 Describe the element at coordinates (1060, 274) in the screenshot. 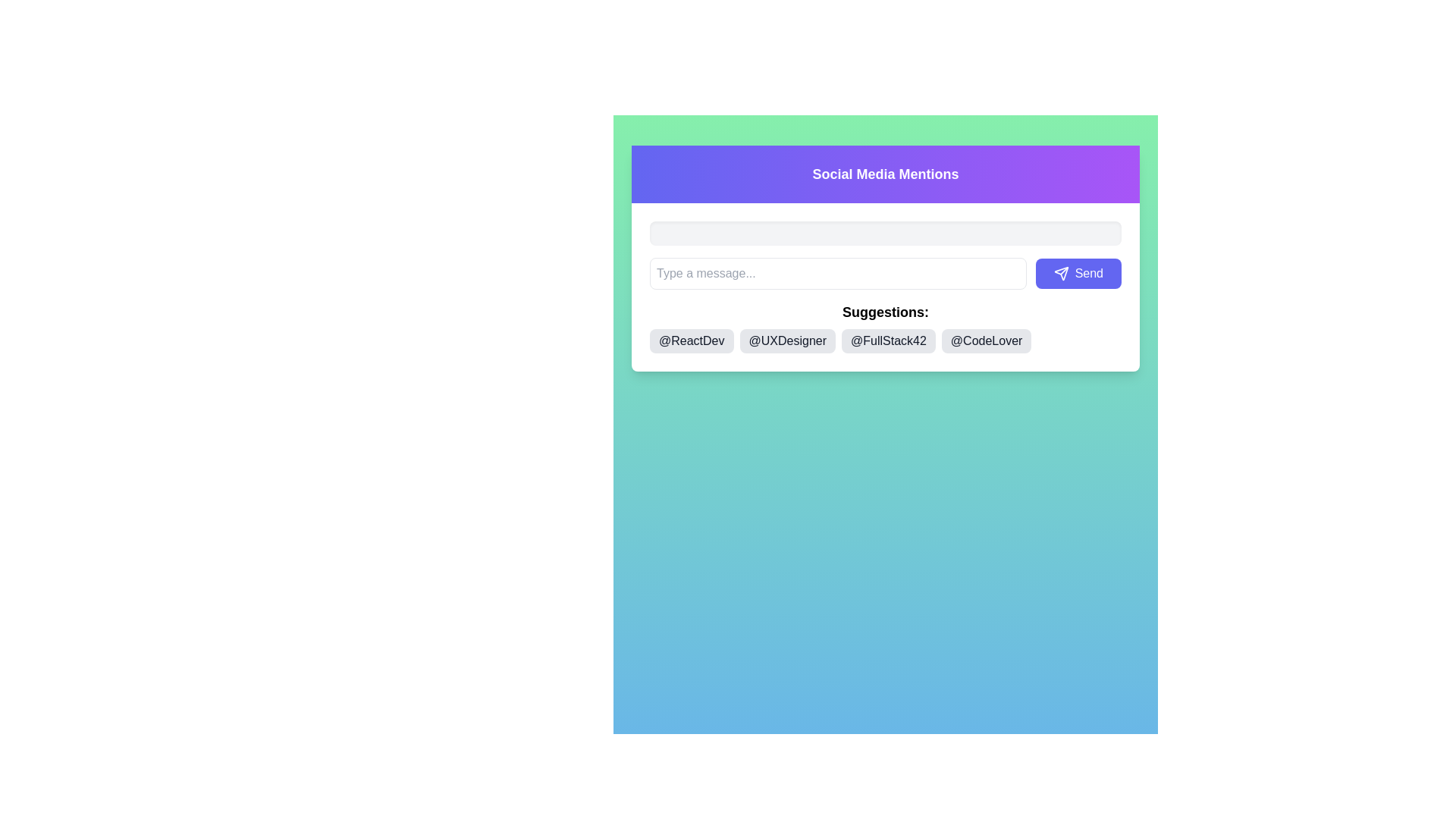

I see `the send icon, which resembles a simplified paper airplane, located at the top-right corner of the input area in the application interface` at that location.